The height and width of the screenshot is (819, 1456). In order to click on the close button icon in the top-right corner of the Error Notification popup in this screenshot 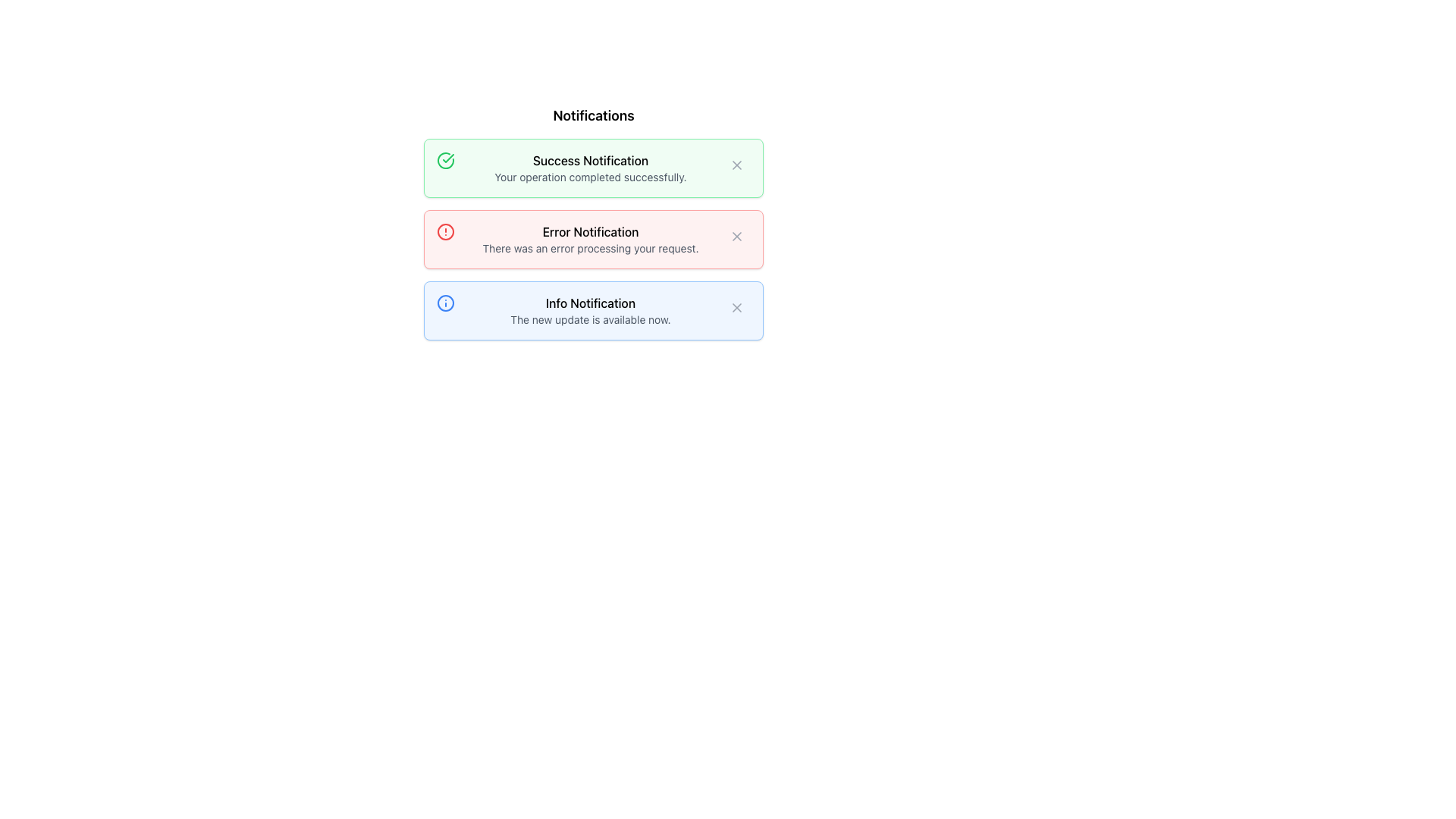, I will do `click(736, 237)`.